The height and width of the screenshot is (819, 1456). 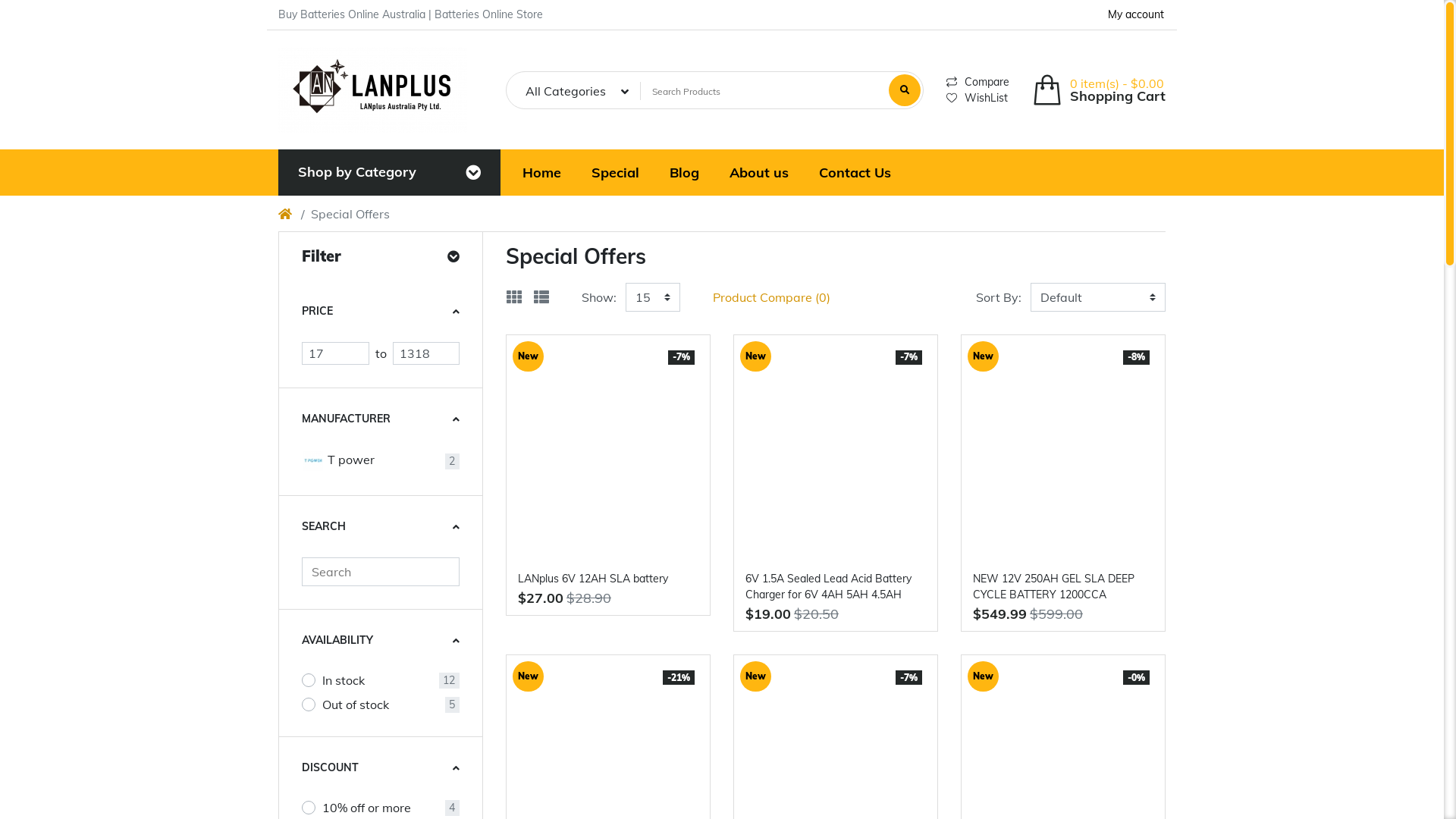 What do you see at coordinates (683, 171) in the screenshot?
I see `'Blog'` at bounding box center [683, 171].